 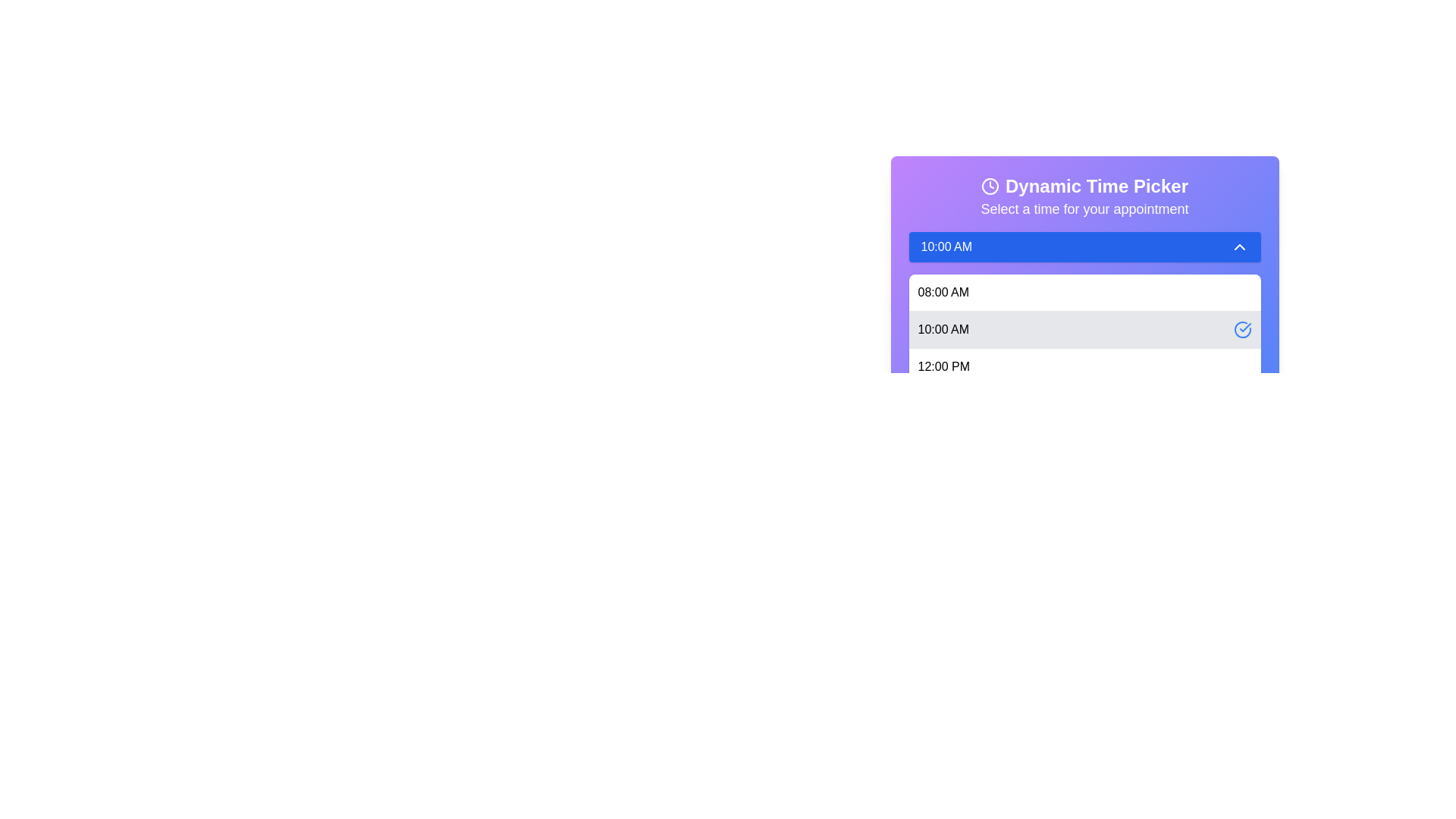 I want to click on the list item in the dropdown menu displaying '10:00 AM', so click(x=1084, y=348).